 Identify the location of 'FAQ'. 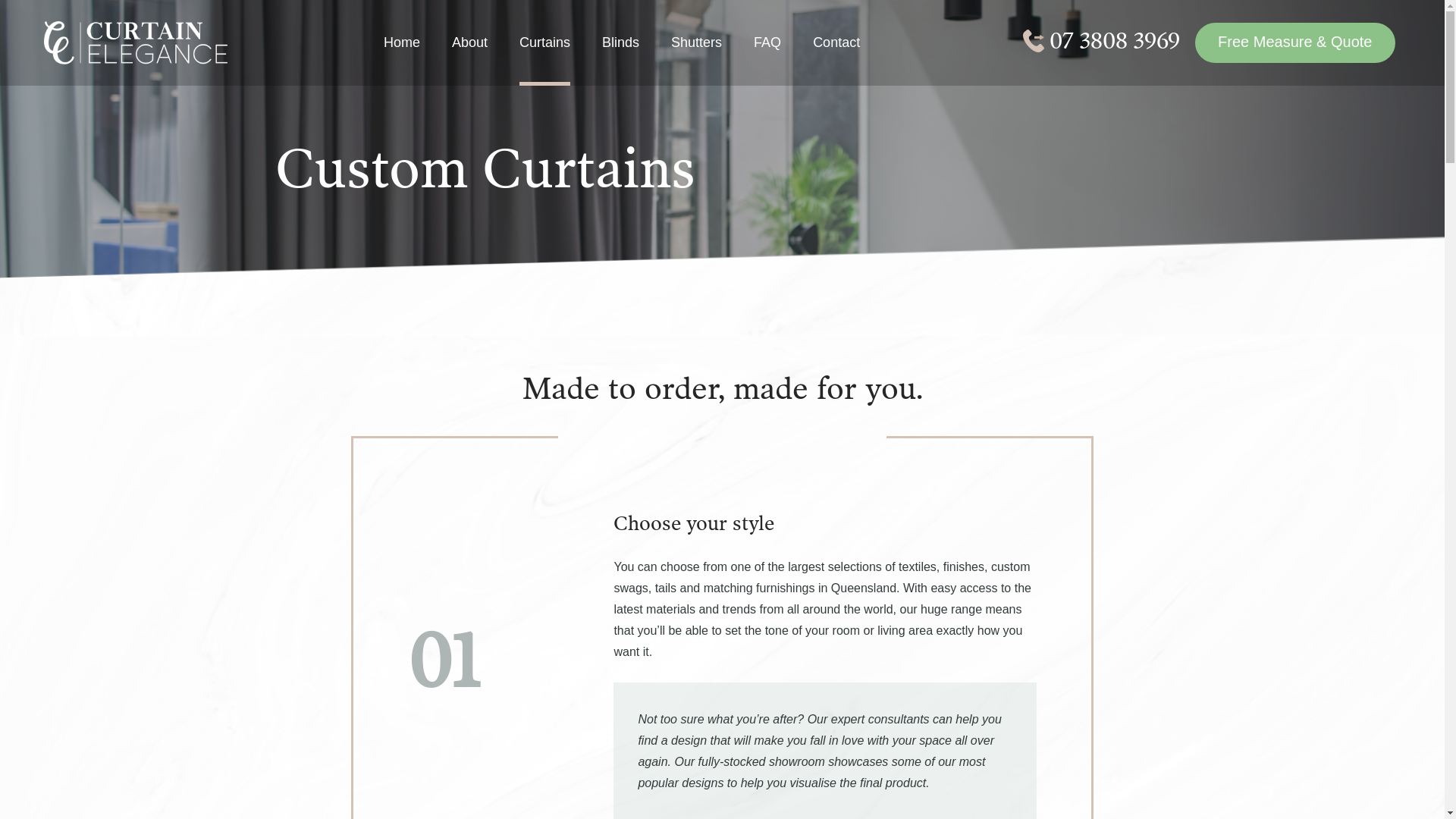
(753, 58).